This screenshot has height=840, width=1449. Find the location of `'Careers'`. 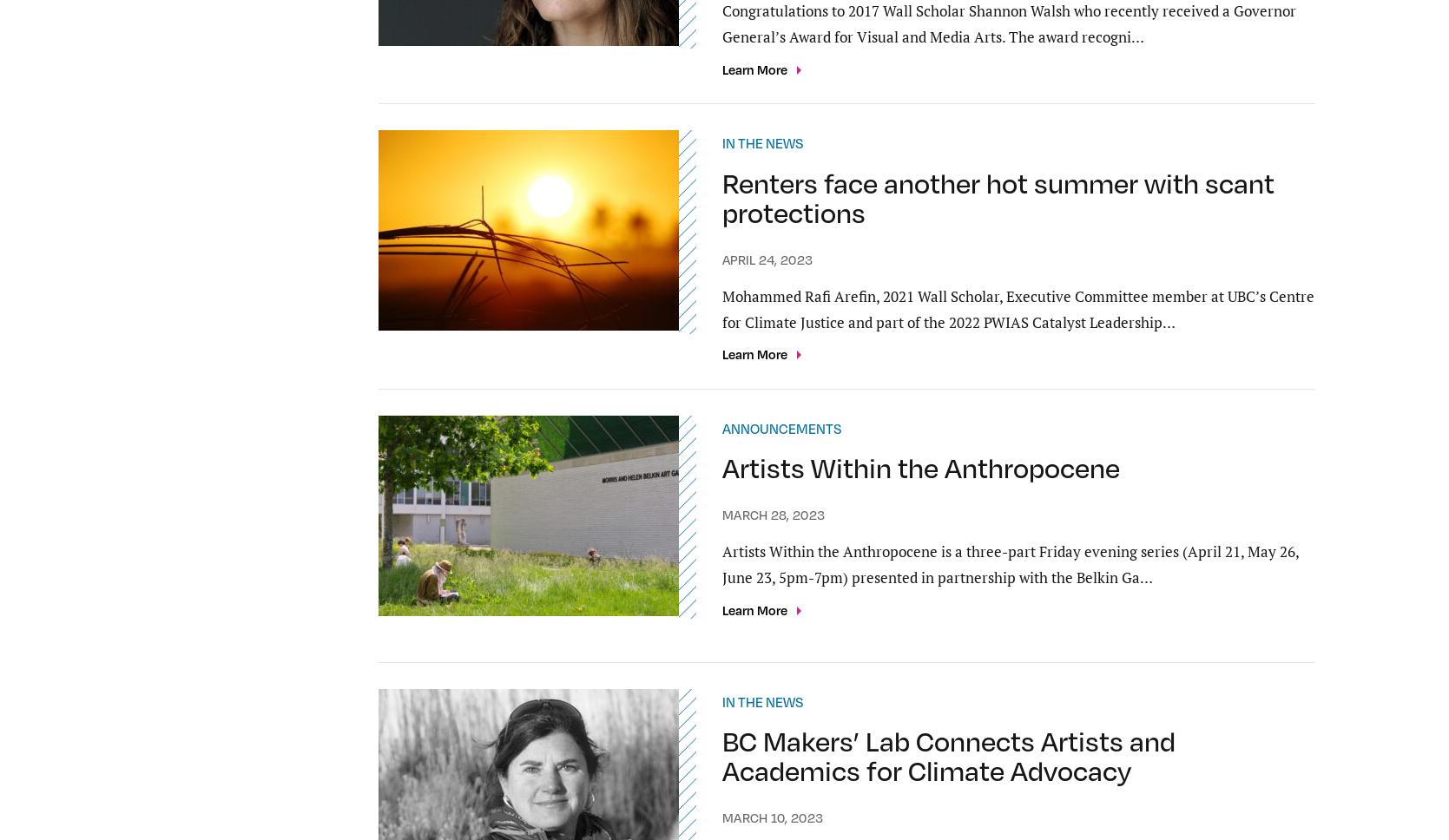

'Careers' is located at coordinates (669, 772).